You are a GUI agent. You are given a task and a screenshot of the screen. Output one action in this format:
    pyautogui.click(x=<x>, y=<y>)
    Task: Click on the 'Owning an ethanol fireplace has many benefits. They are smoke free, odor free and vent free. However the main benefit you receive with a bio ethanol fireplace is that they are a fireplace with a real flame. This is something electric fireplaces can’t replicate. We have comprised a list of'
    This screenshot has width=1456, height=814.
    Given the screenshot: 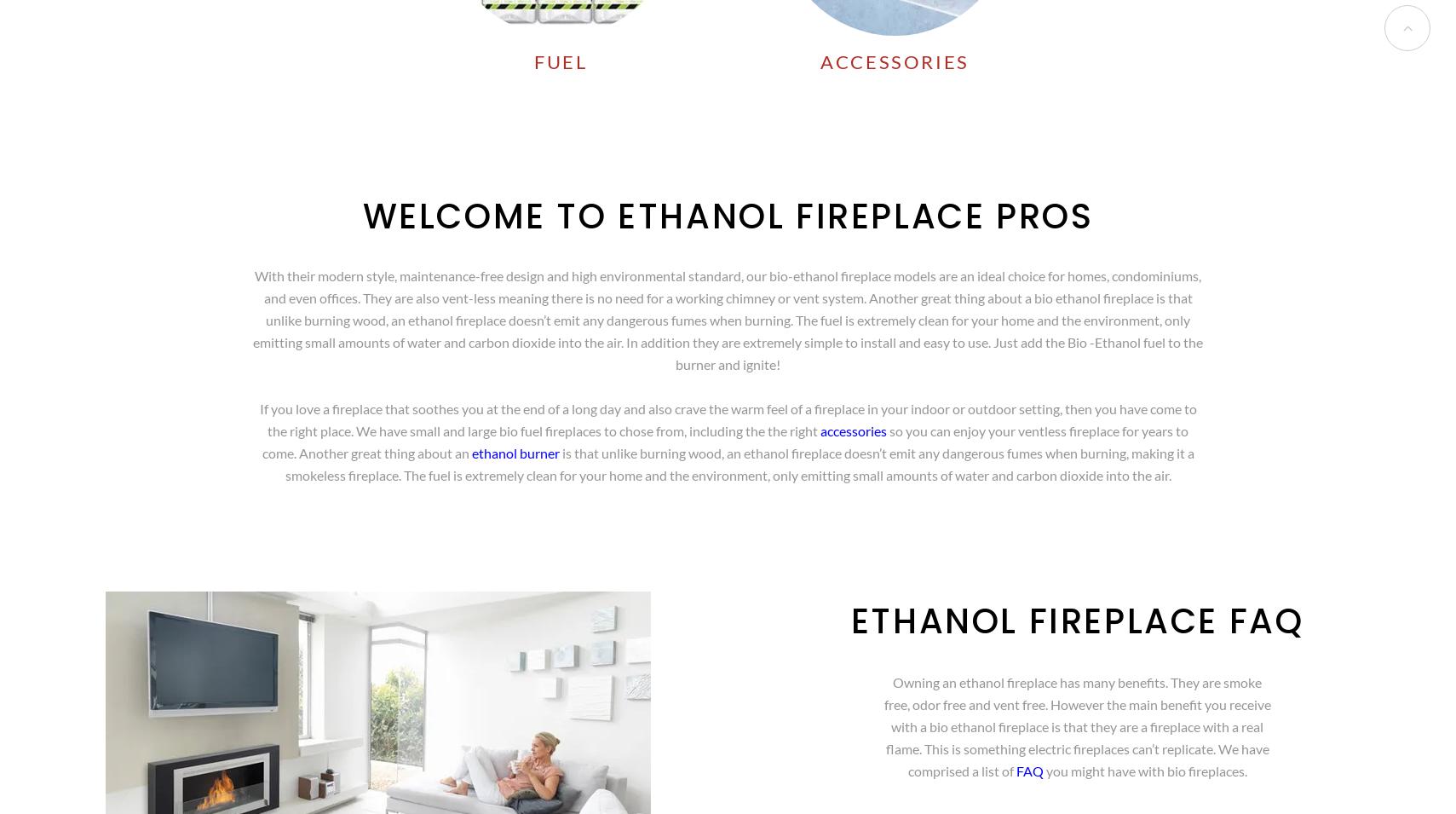 What is the action you would take?
    pyautogui.click(x=883, y=726)
    